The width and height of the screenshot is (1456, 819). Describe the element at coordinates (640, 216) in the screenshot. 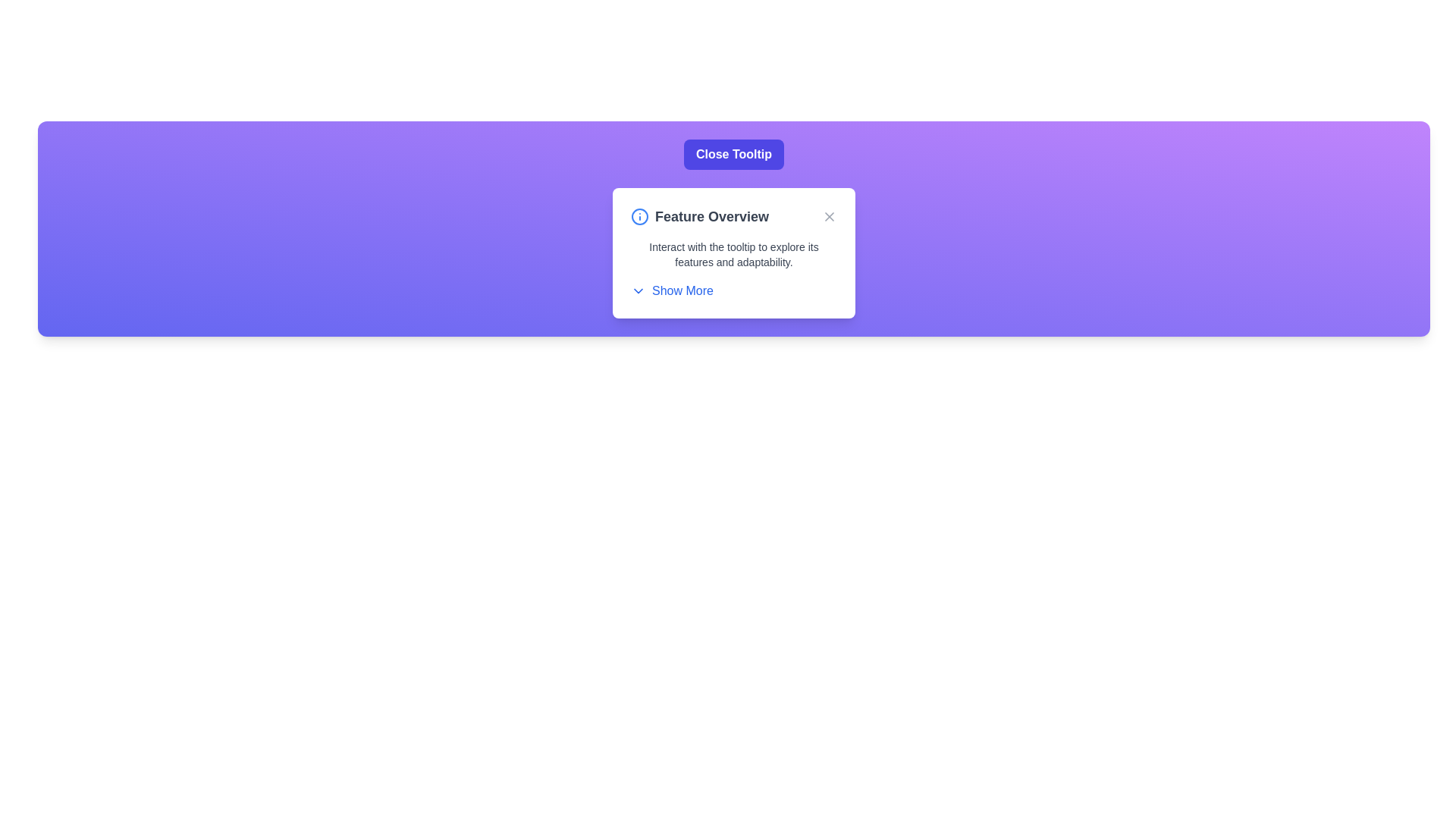

I see `the informational icon located to the left of the 'Feature Overview' header within the card-like section` at that location.